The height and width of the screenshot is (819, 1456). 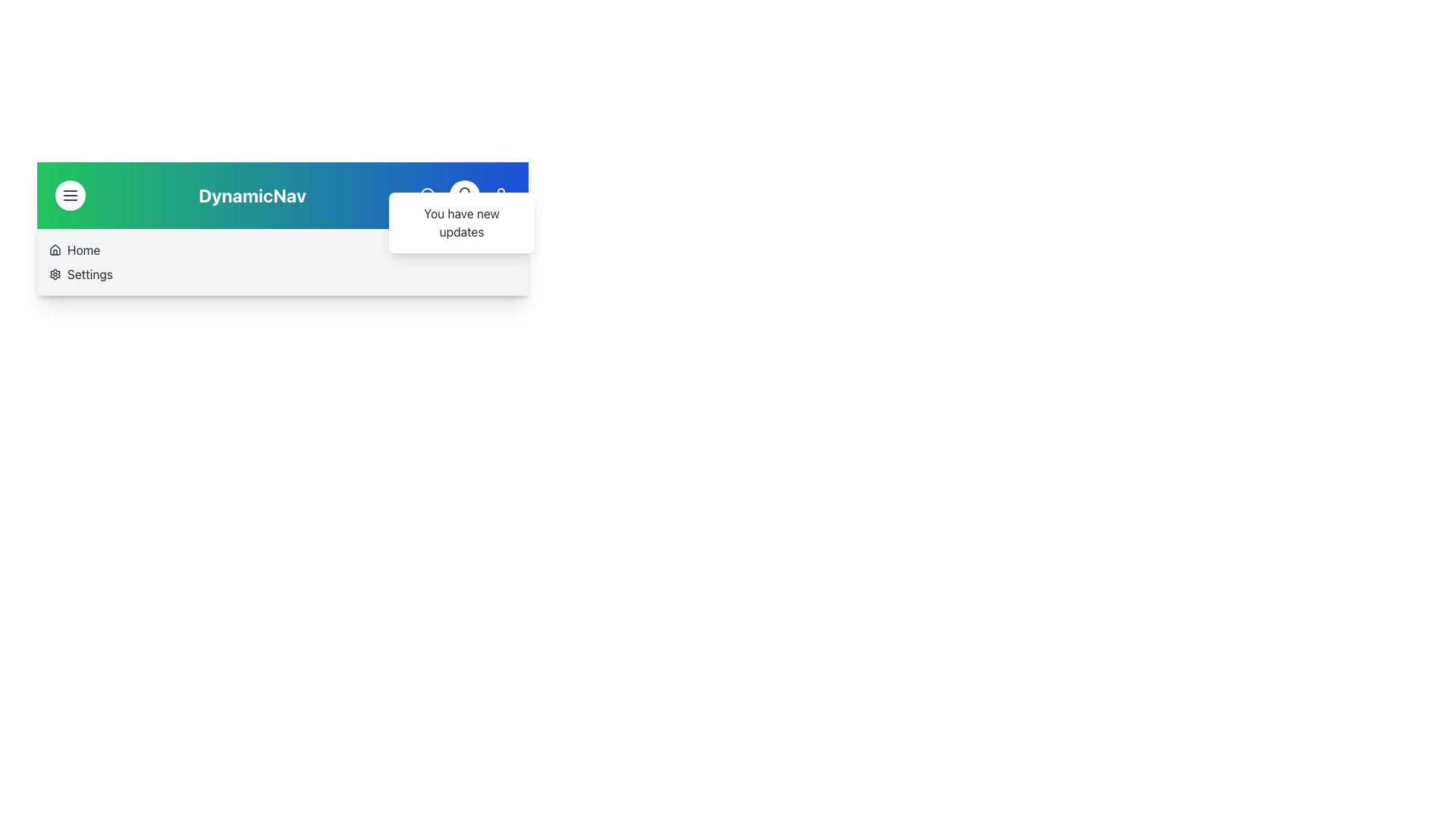 I want to click on the Text Display element that serves as the title or branding identifier for the navigation bar, located at the center of the top navigation bar, so click(x=252, y=195).